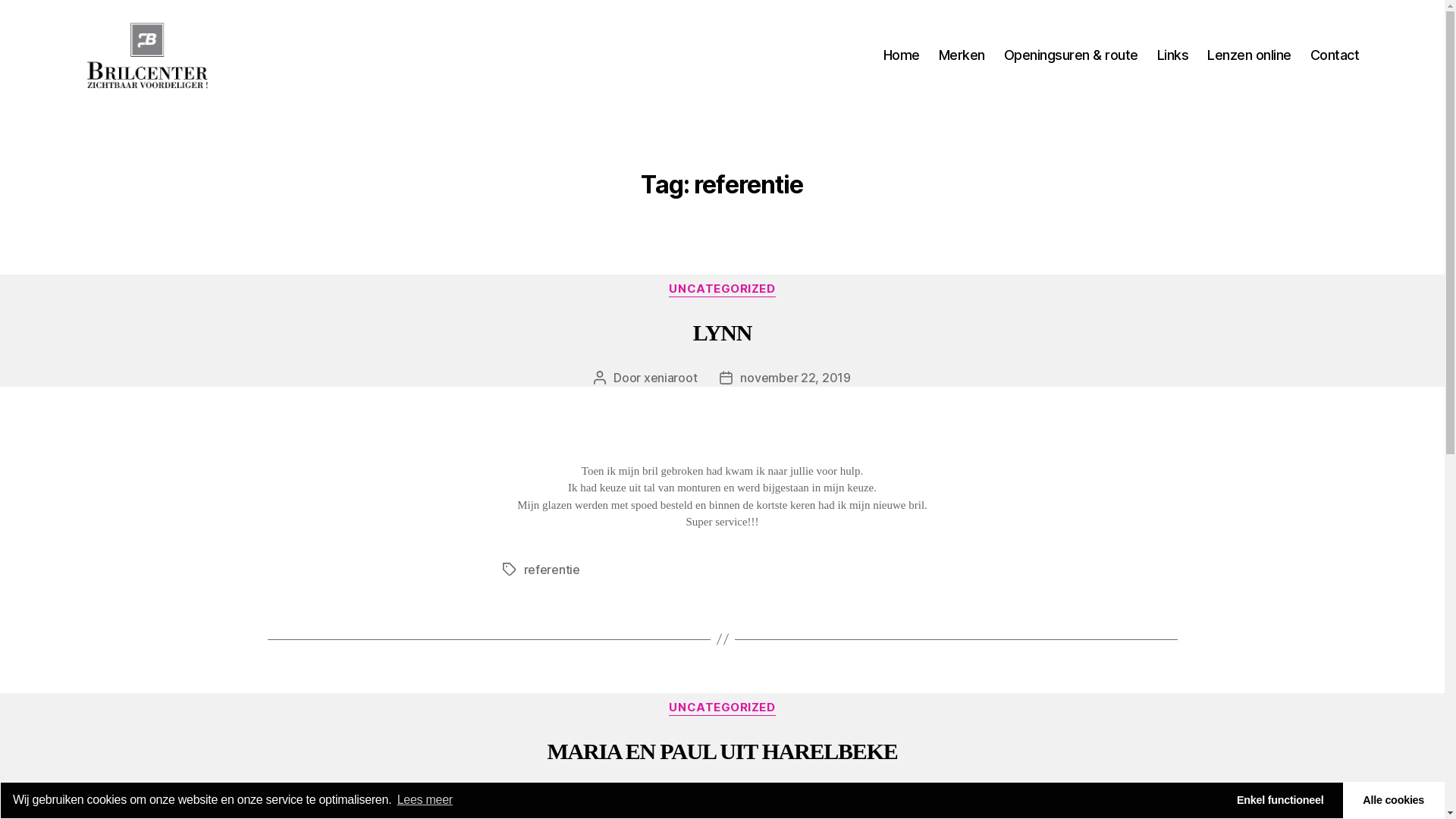  What do you see at coordinates (721, 331) in the screenshot?
I see `'LYNN'` at bounding box center [721, 331].